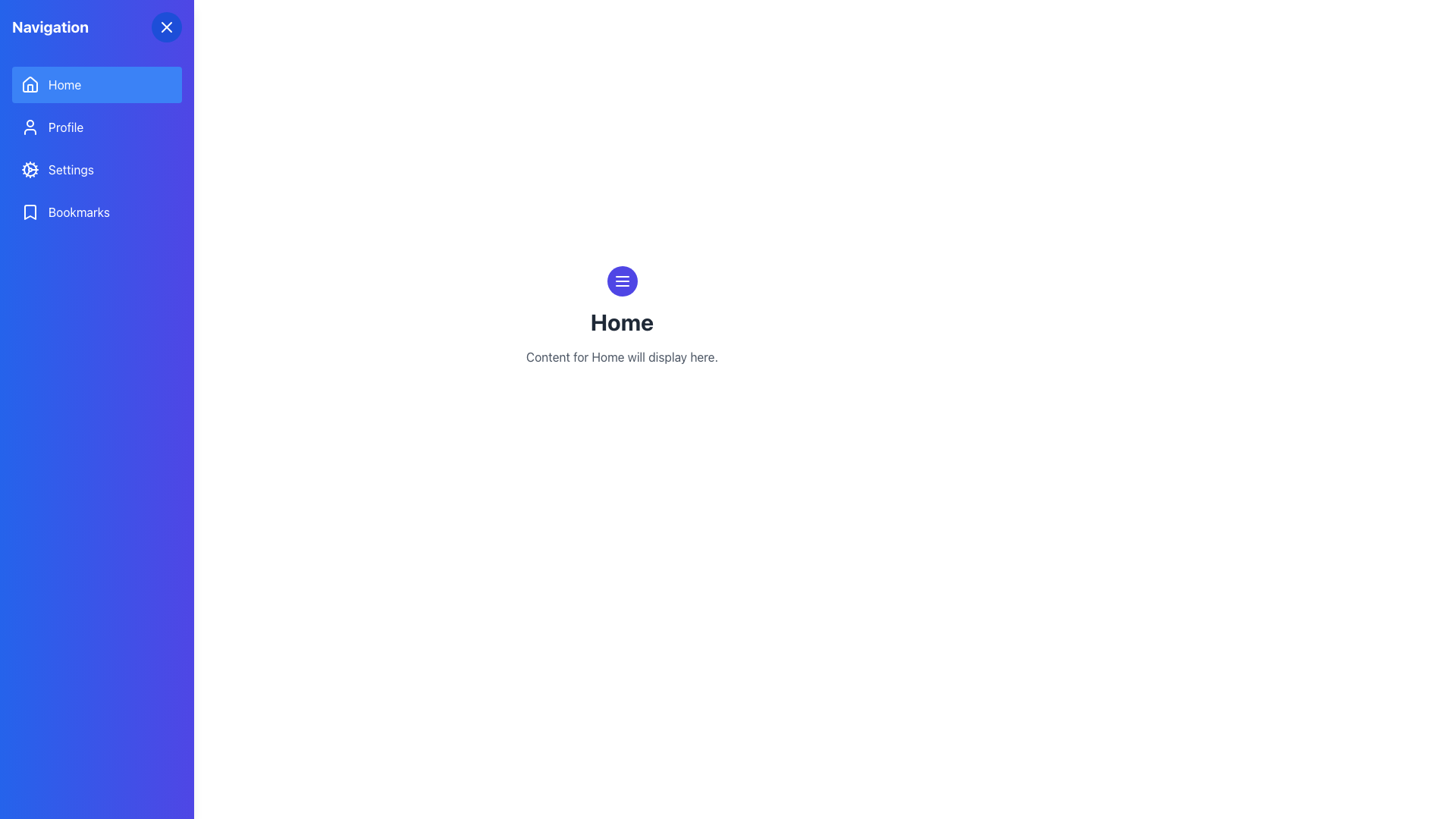 The height and width of the screenshot is (819, 1456). I want to click on the graphic icon indicating the 'Profile' menu item located in the second row of the vertical navigation panel, so click(30, 127).